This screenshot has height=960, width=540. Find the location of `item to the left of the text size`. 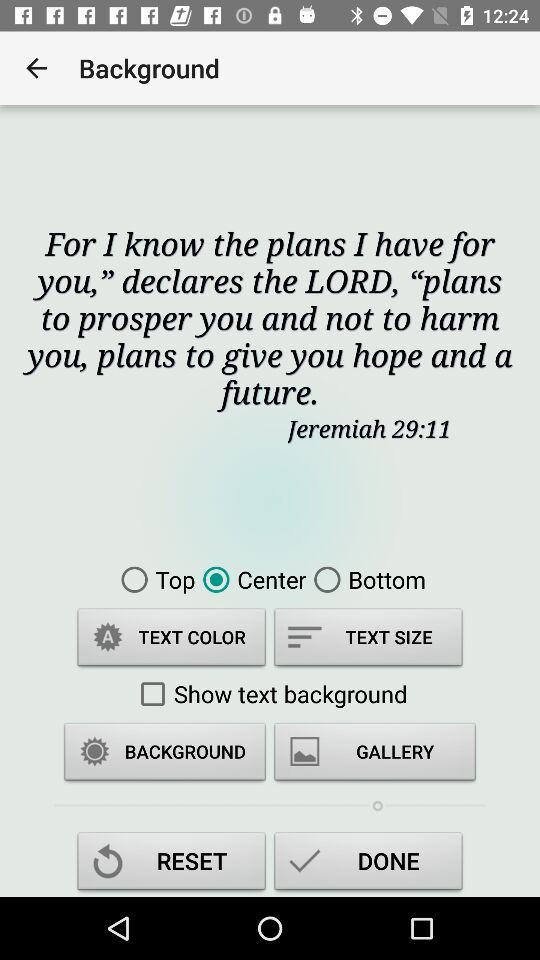

item to the left of the text size is located at coordinates (171, 639).